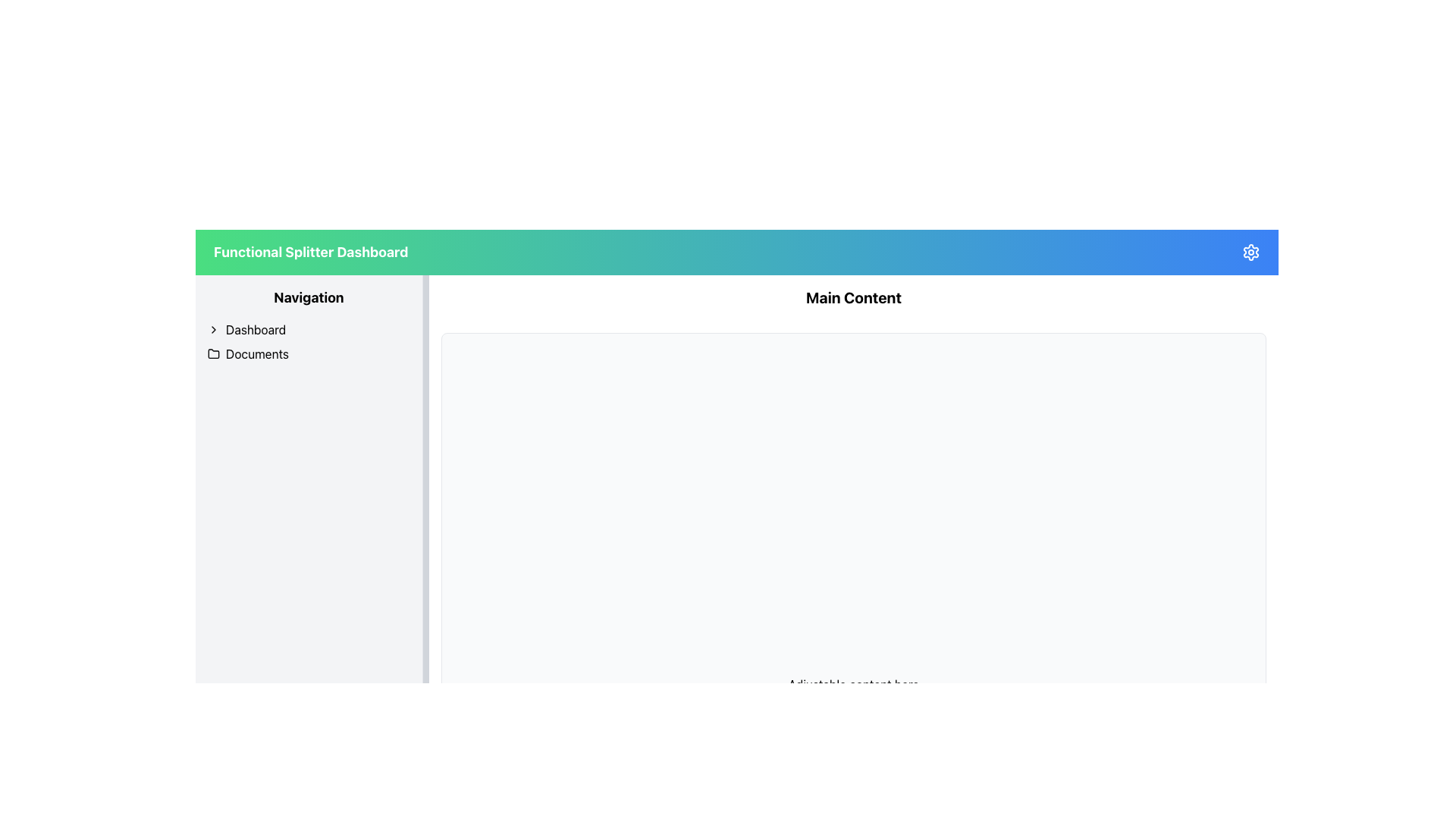 The width and height of the screenshot is (1456, 819). I want to click on the gear/settings icon button located on the far right side of the header bar of the 'Functional Splitter Dashboard', so click(1251, 251).